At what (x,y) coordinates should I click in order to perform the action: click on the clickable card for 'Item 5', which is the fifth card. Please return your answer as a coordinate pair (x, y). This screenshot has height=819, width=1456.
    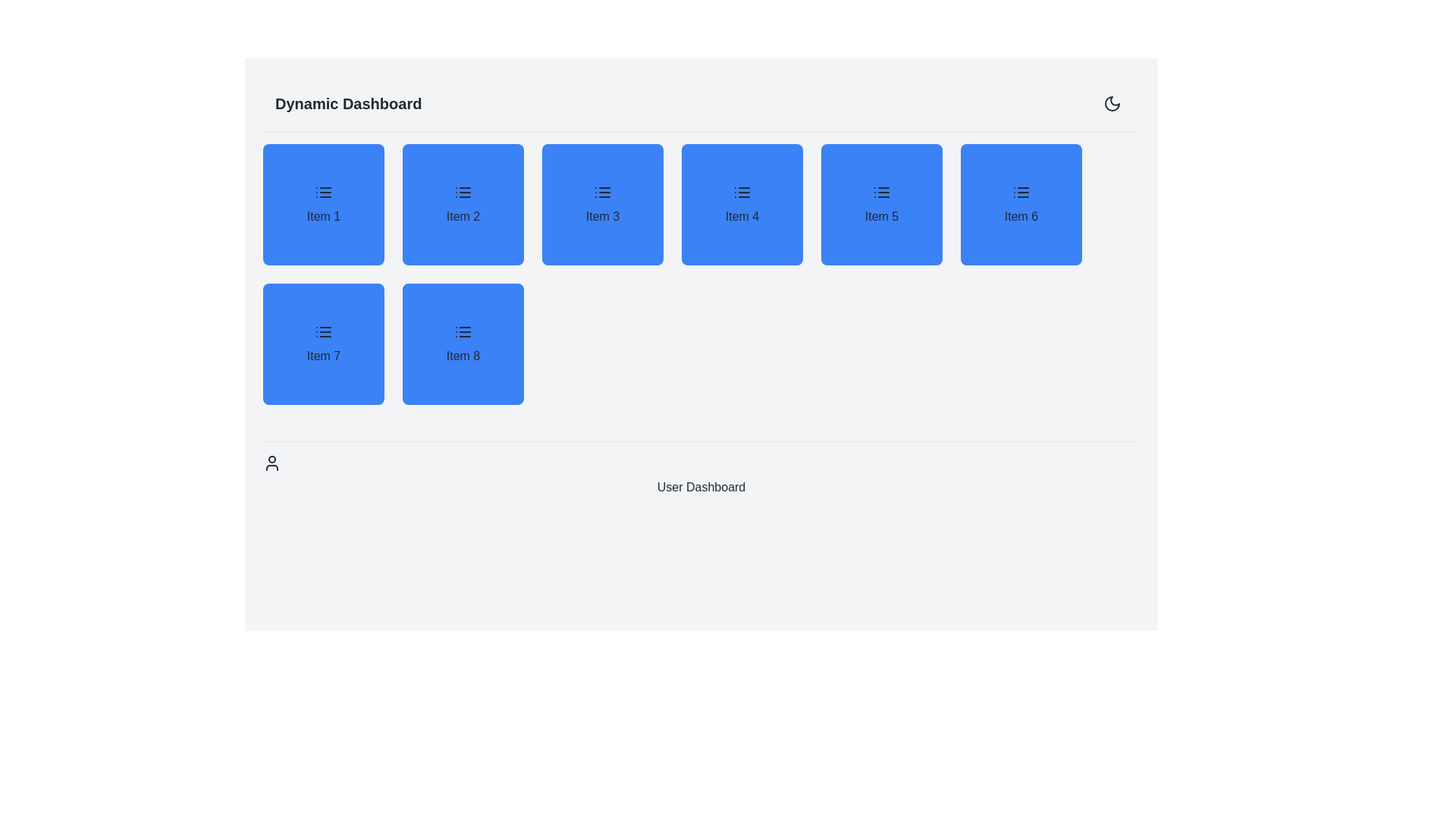
    Looking at the image, I should click on (881, 205).